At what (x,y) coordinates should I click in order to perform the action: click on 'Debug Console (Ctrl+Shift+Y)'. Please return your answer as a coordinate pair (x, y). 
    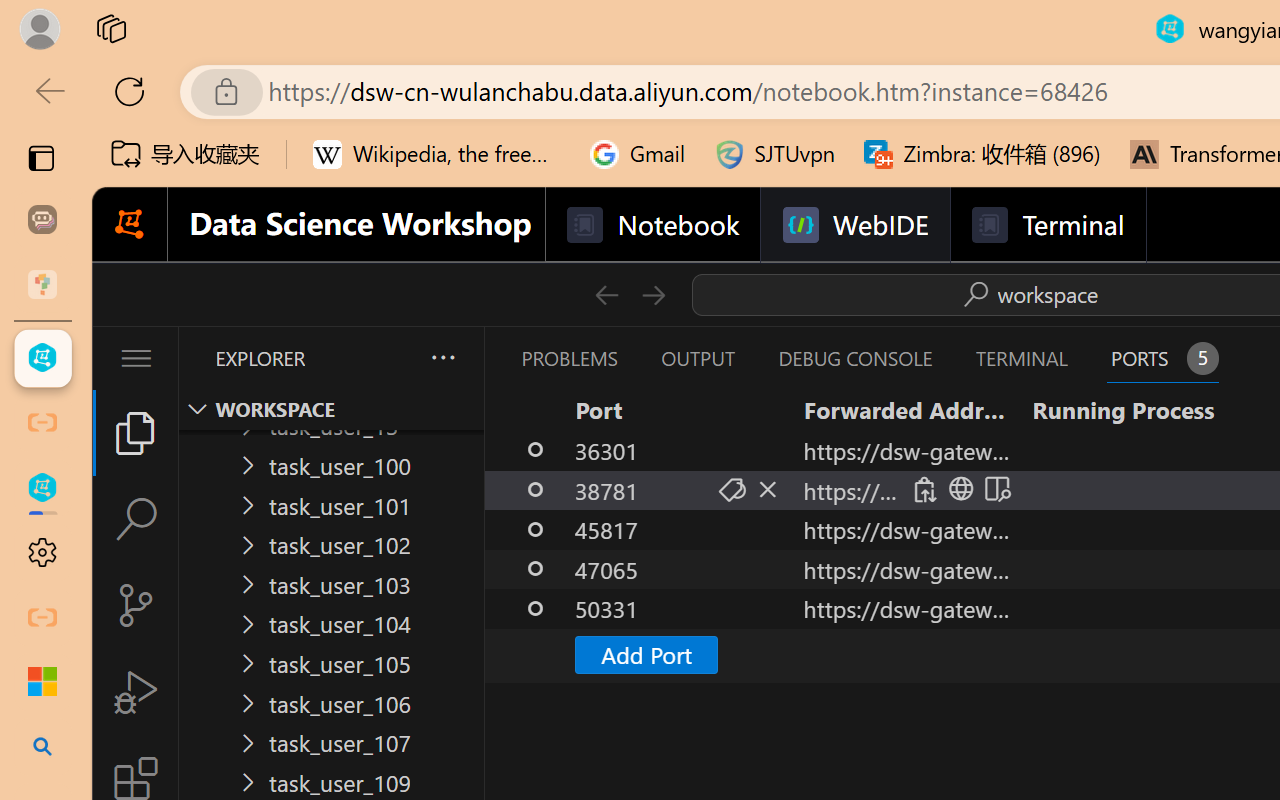
    Looking at the image, I should click on (854, 358).